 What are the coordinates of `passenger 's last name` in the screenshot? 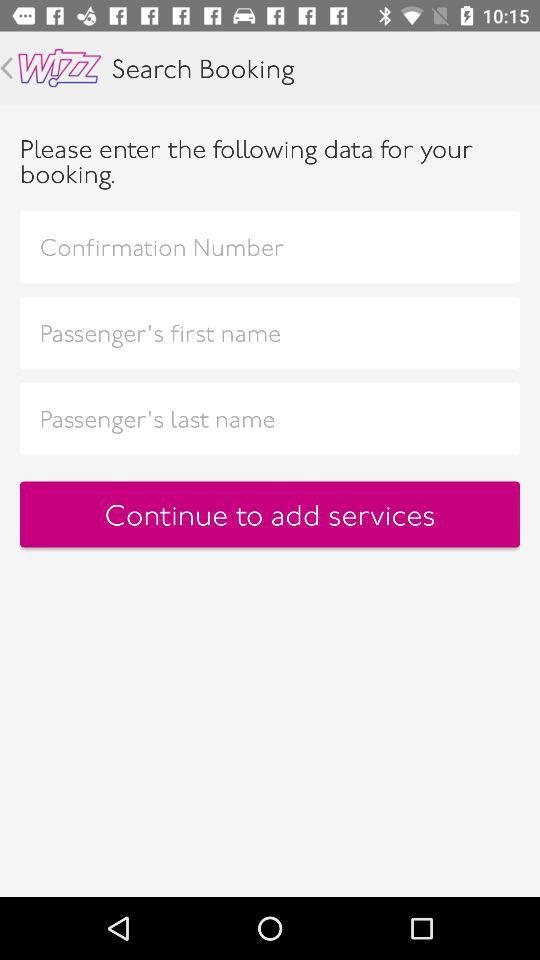 It's located at (270, 417).